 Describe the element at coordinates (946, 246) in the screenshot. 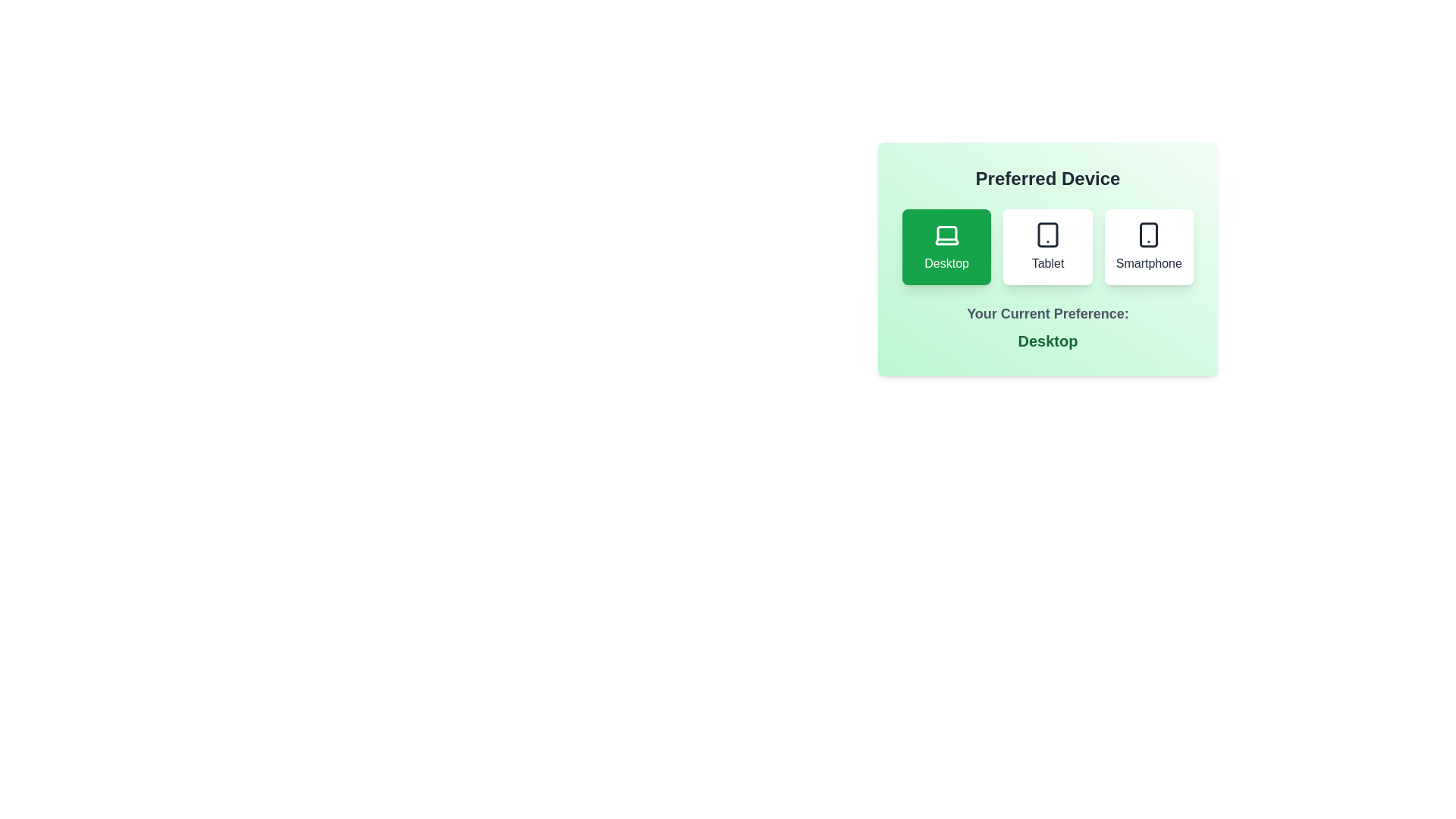

I see `the button corresponding to the device Desktop` at that location.